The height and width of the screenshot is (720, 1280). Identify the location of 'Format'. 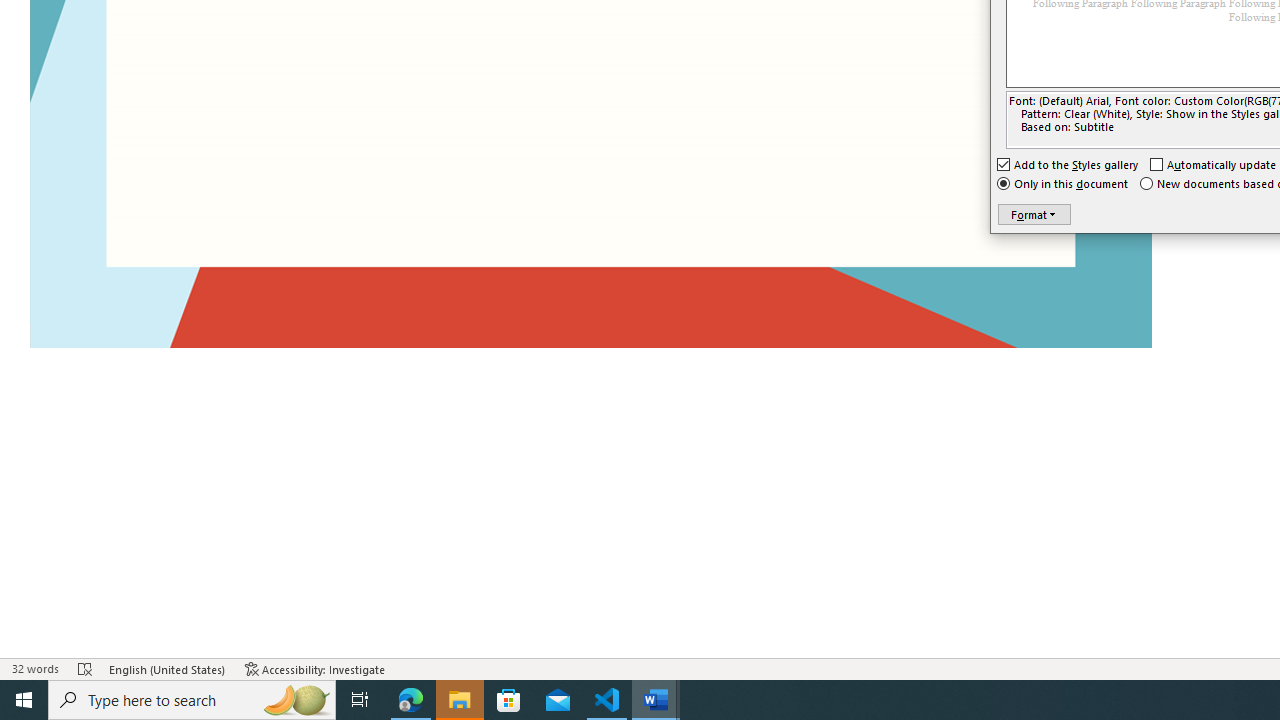
(1034, 214).